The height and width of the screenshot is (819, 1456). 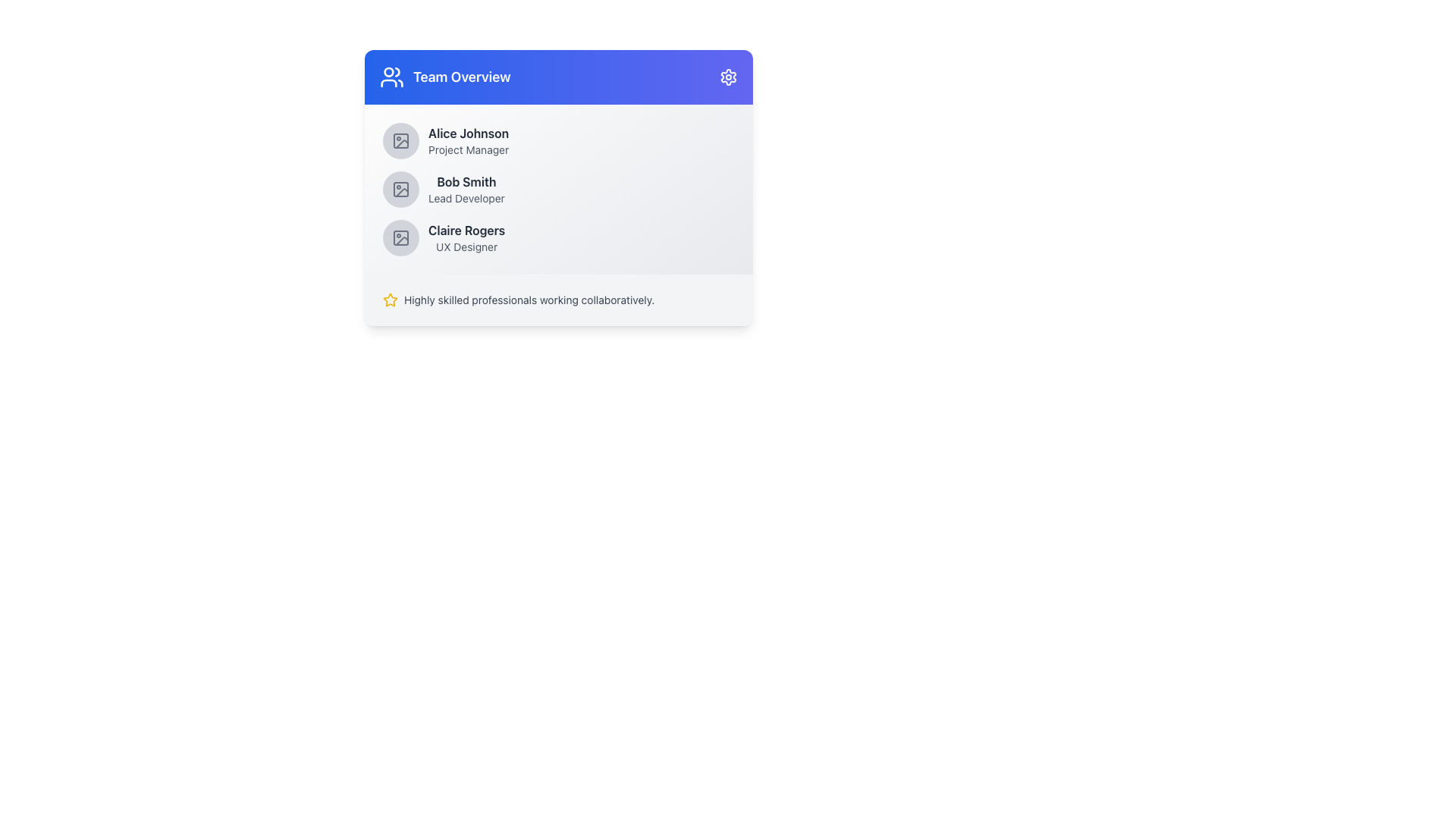 I want to click on the photo placeholder icon located to the left of 'Alice Johnson', the Project Manager, in the topmost row under 'Team Overview', so click(x=400, y=140).